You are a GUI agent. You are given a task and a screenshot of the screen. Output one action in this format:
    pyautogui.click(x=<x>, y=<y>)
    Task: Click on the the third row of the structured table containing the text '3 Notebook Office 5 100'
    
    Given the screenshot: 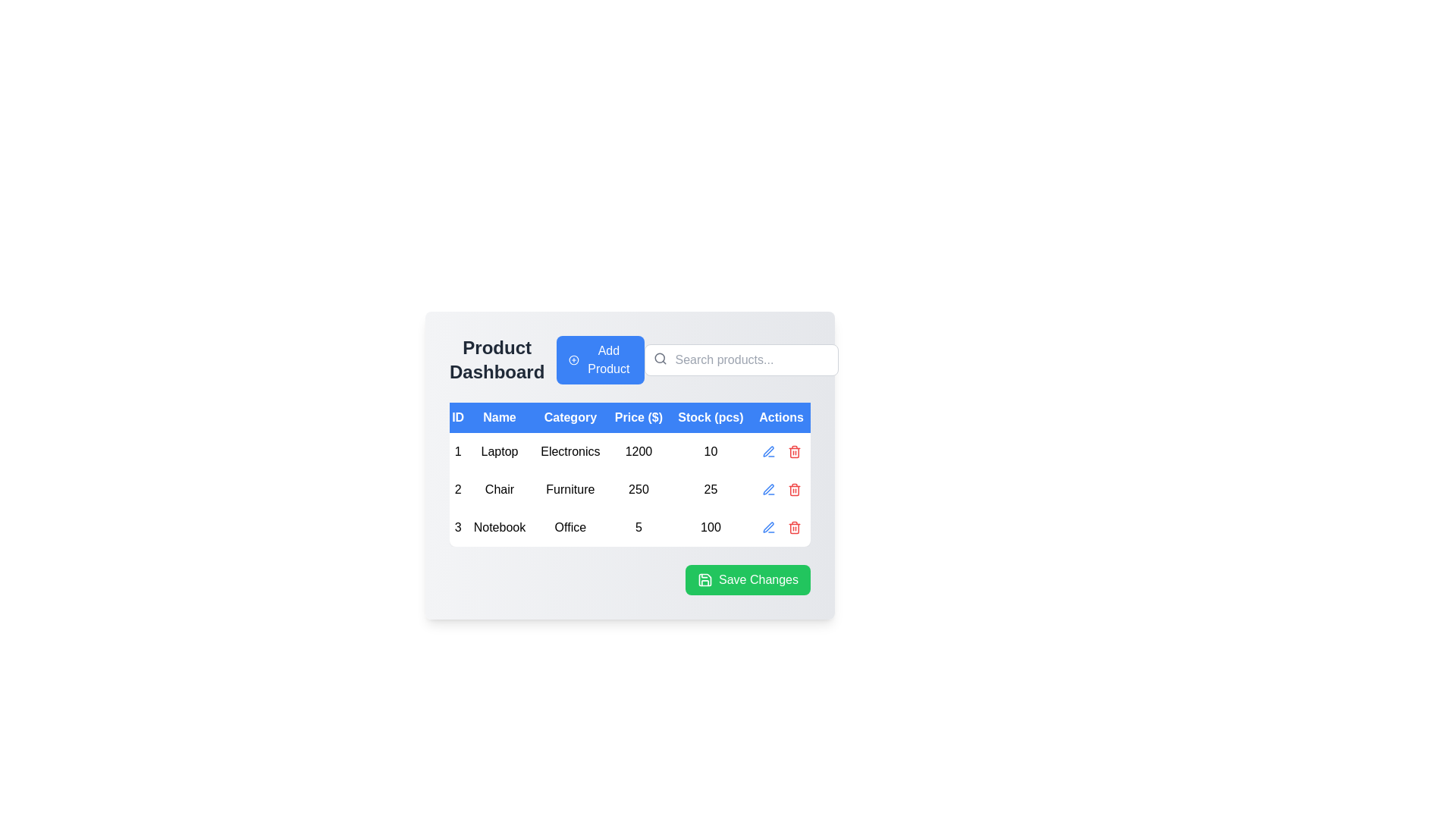 What is the action you would take?
    pyautogui.click(x=629, y=526)
    